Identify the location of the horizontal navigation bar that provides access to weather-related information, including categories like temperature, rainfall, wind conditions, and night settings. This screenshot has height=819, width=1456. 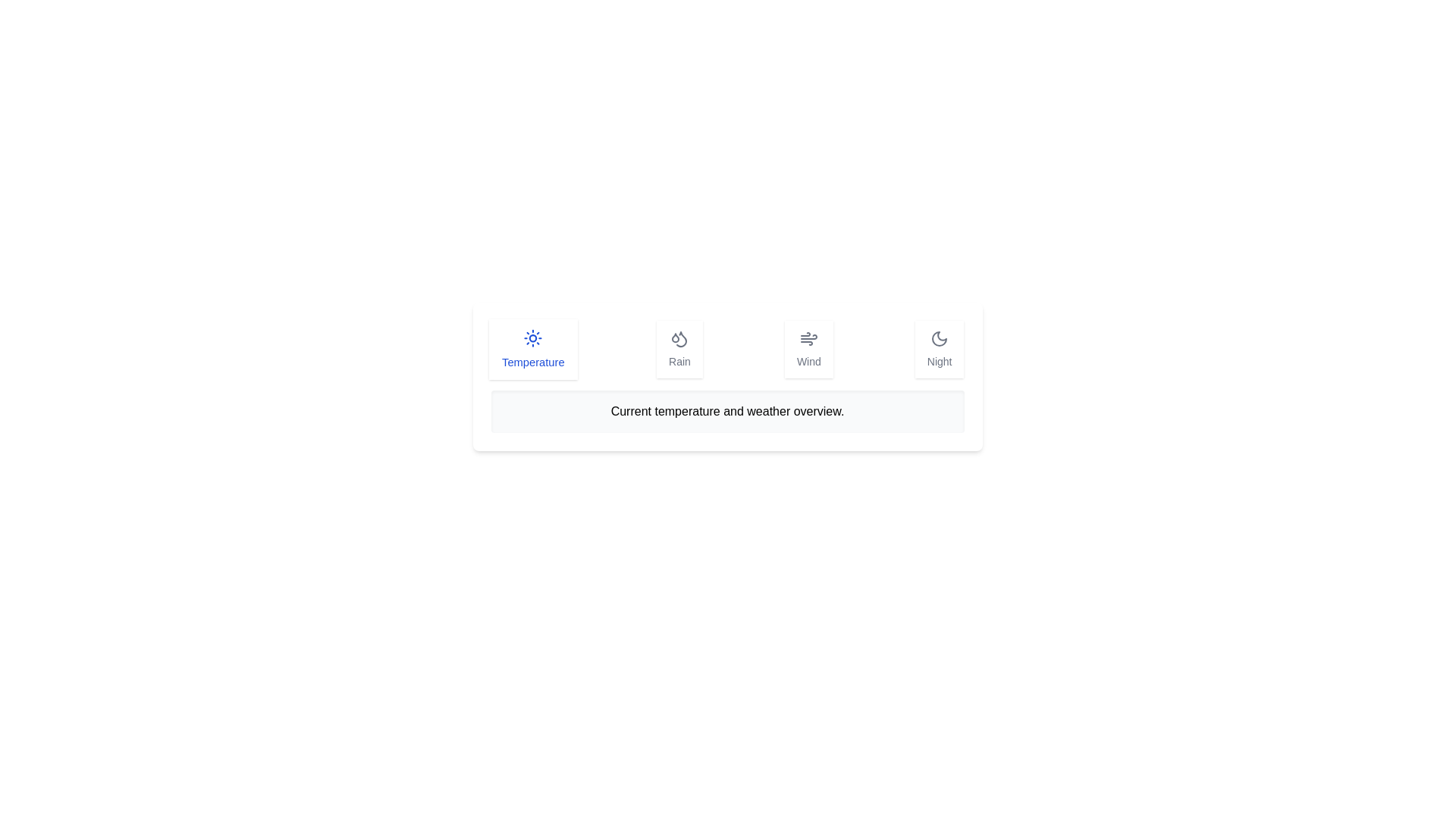
(726, 350).